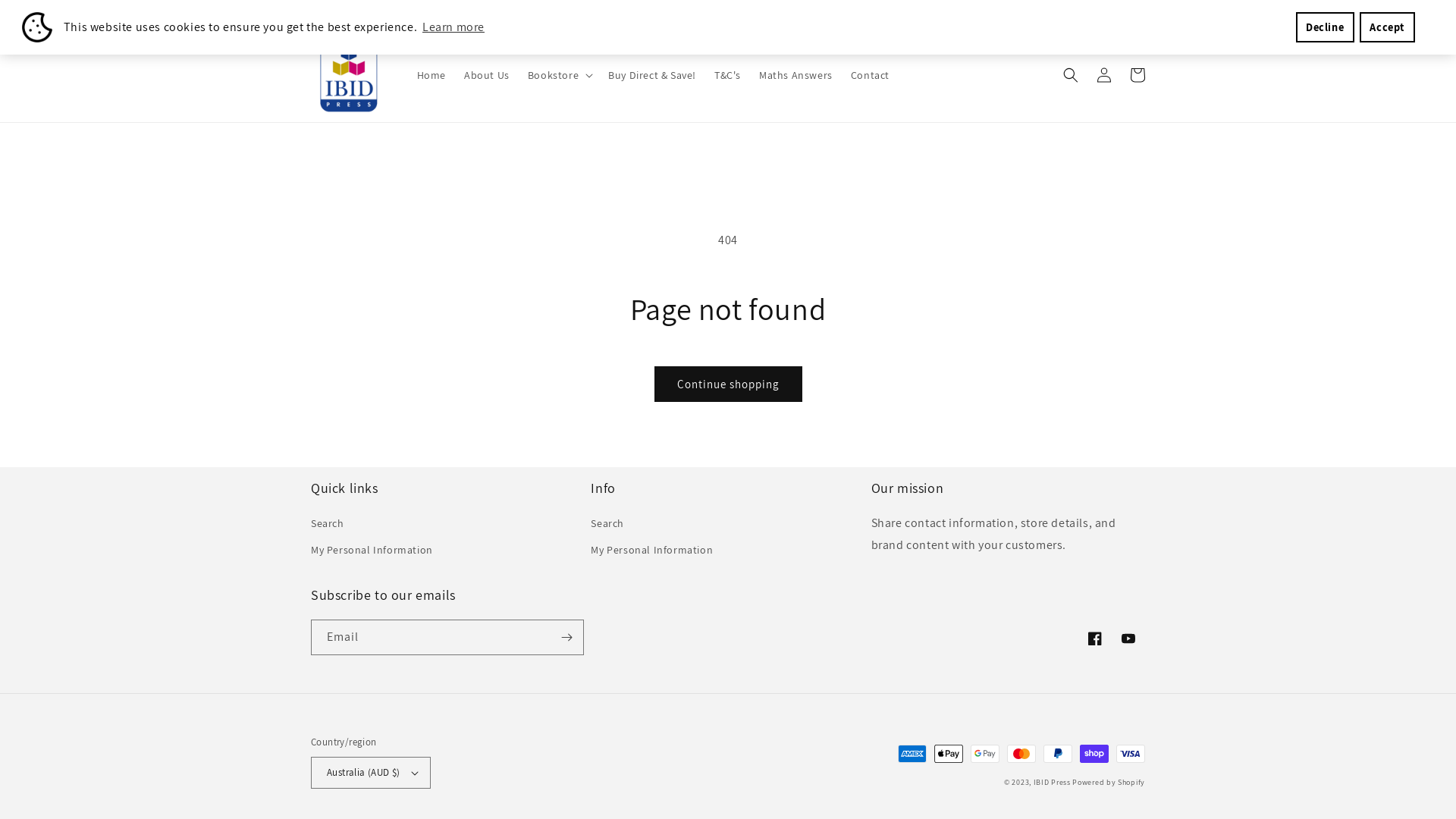 The height and width of the screenshot is (819, 1456). Describe the element at coordinates (726, 75) in the screenshot. I see `'T&C's'` at that location.